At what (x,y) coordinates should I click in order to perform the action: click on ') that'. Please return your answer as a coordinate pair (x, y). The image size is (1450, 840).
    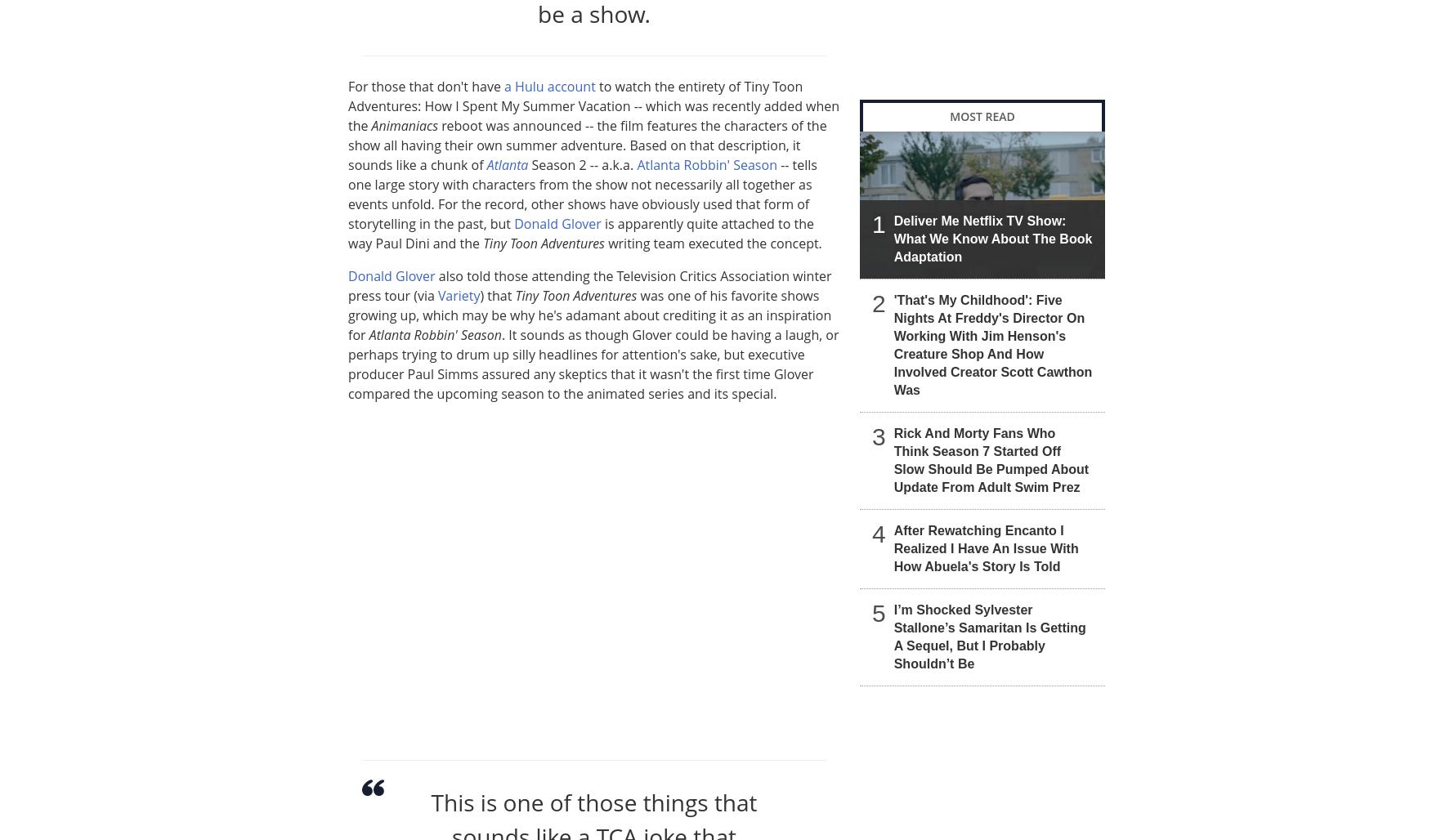
    Looking at the image, I should click on (496, 294).